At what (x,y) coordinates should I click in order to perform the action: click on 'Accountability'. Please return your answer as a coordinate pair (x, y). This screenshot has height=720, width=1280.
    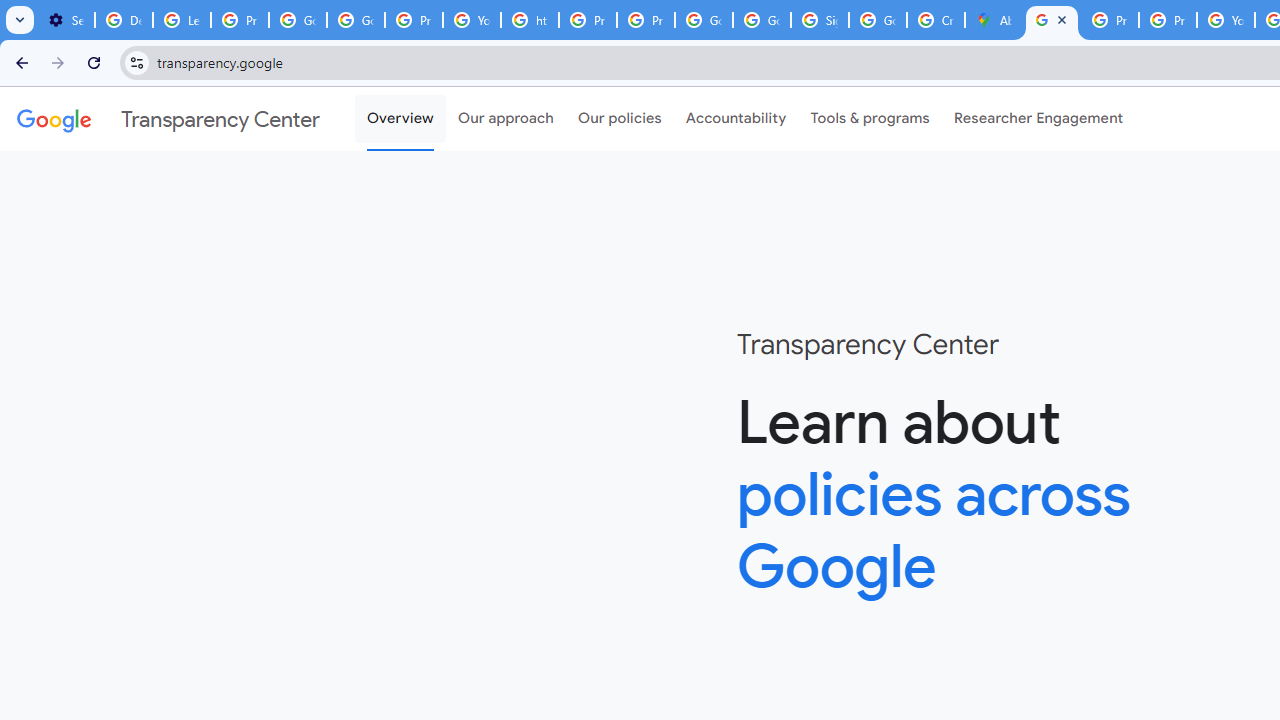
    Looking at the image, I should click on (735, 119).